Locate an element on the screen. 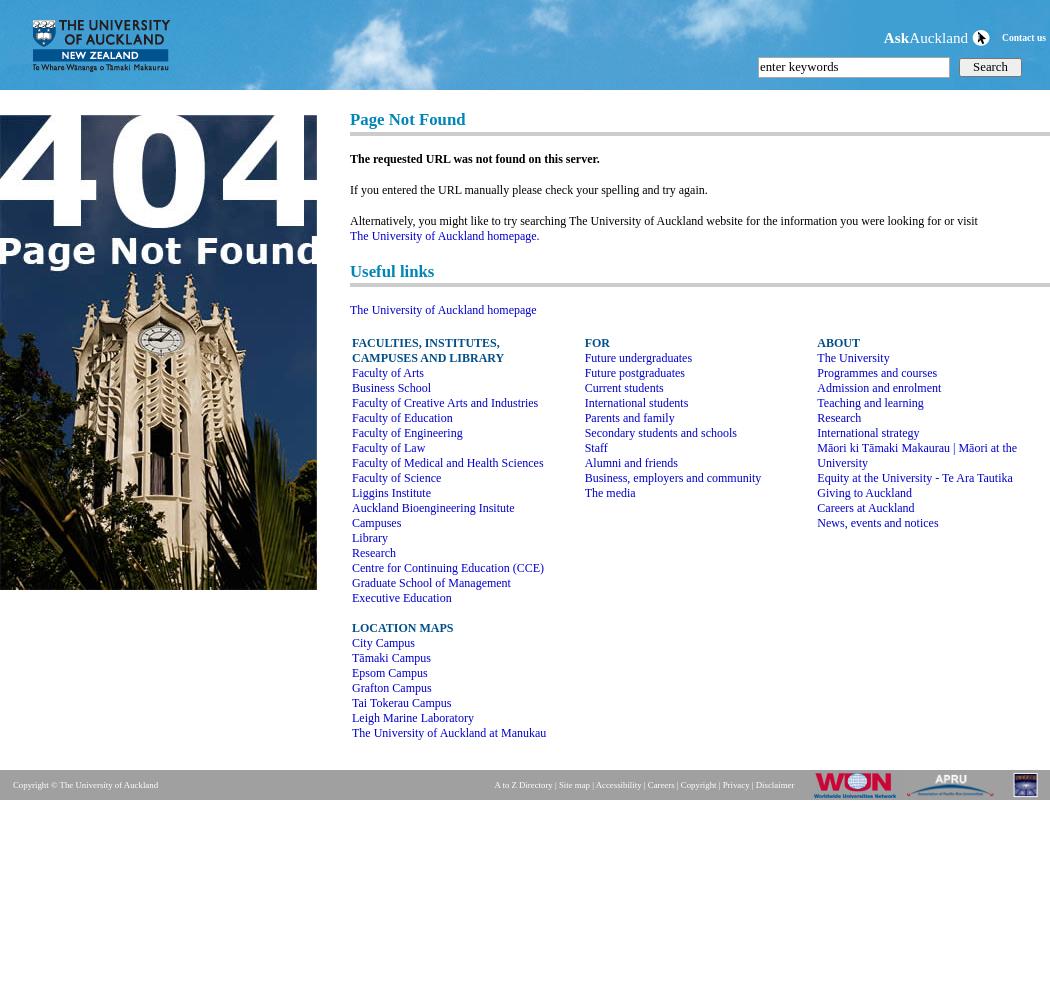 This screenshot has height=1000, width=1050. 'A to Z Directory' is located at coordinates (522, 785).